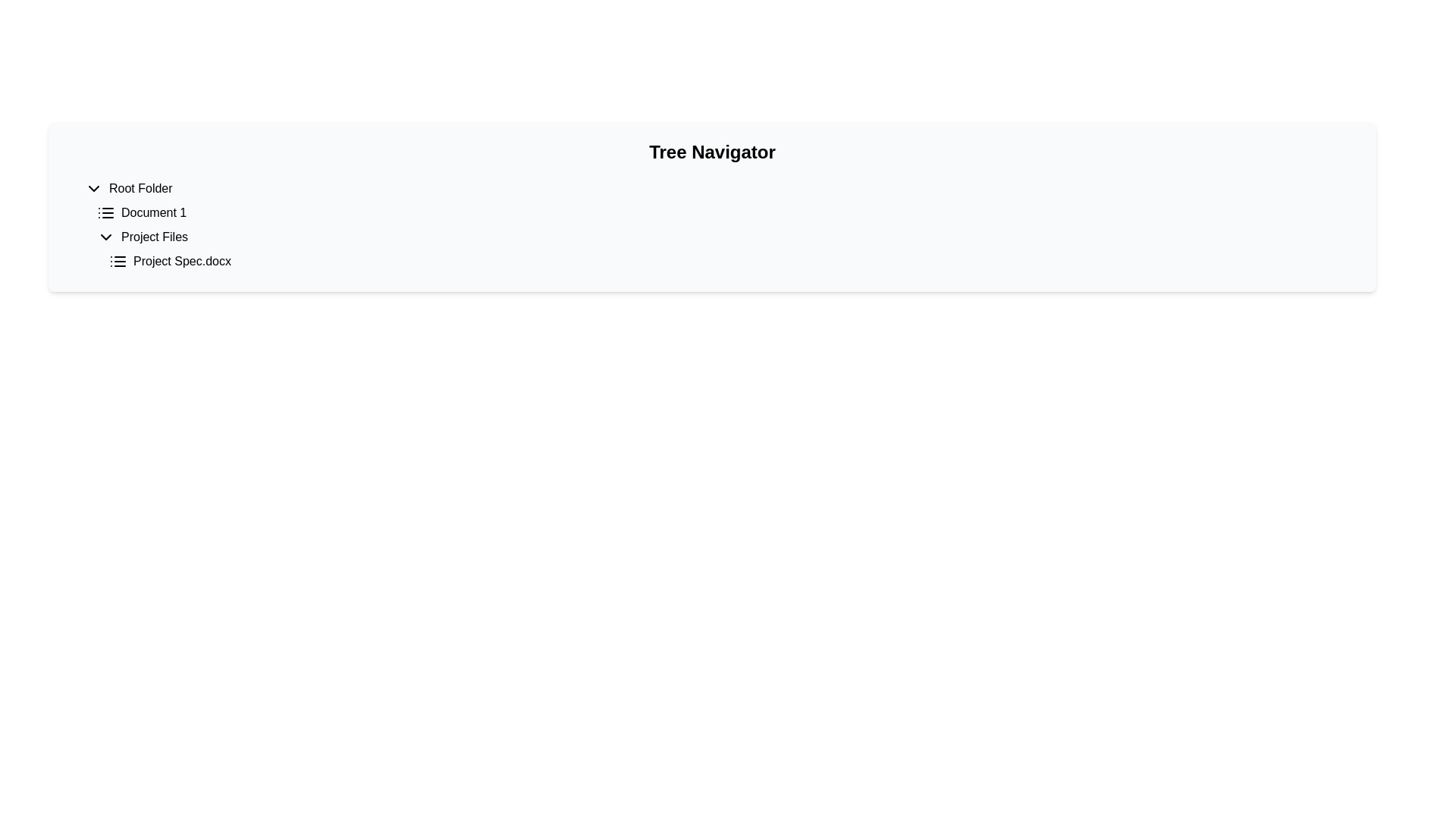 This screenshot has height=819, width=1456. Describe the element at coordinates (118, 260) in the screenshot. I see `the bulleted list icon located to the left of the 'Project Spec.docx' label` at that location.